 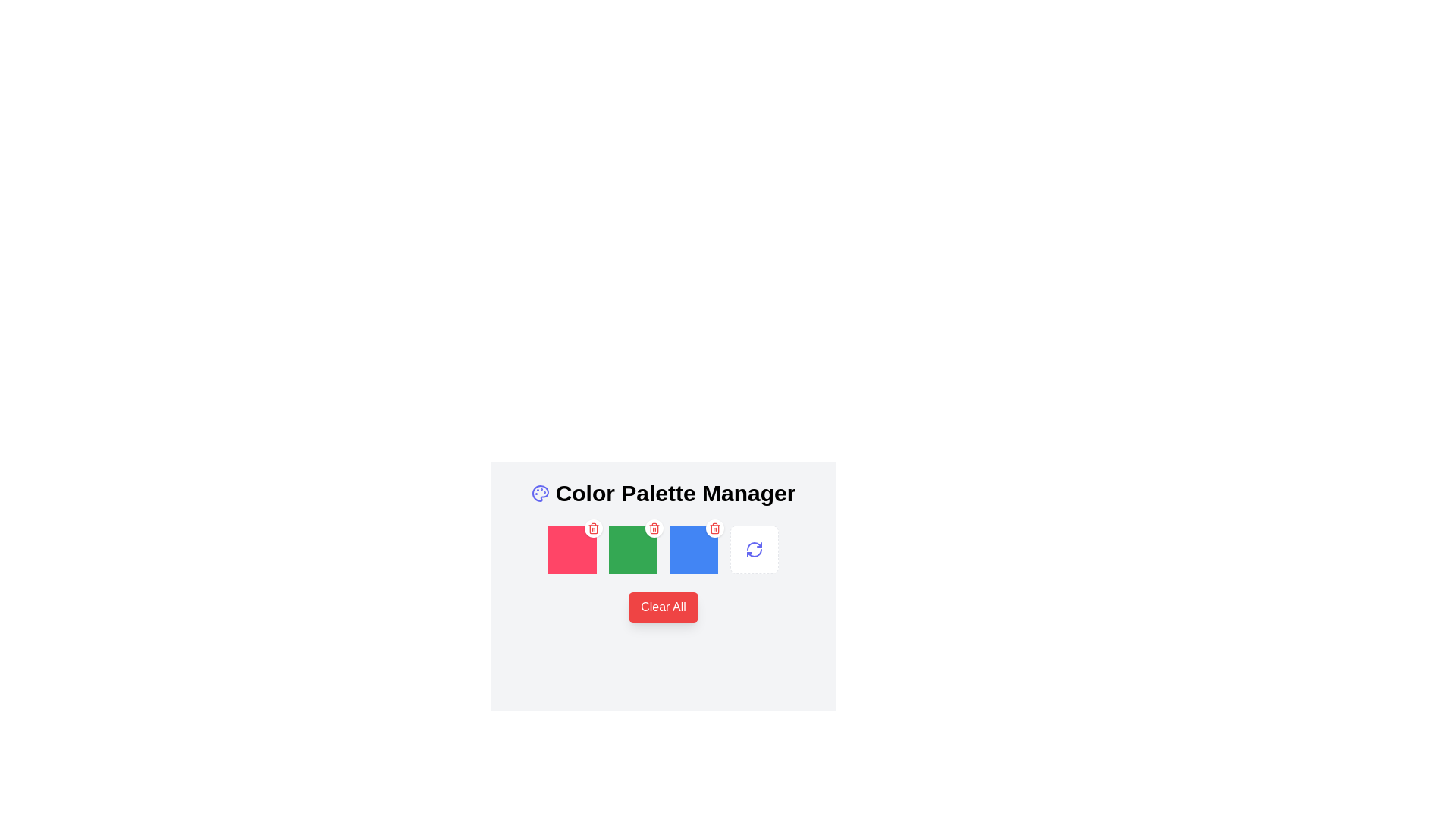 I want to click on the palette icon located to the immediate left of the 'Color Palette Manager' text, which visually resembles a painter's palette with blue color and paint spots, so click(x=540, y=494).